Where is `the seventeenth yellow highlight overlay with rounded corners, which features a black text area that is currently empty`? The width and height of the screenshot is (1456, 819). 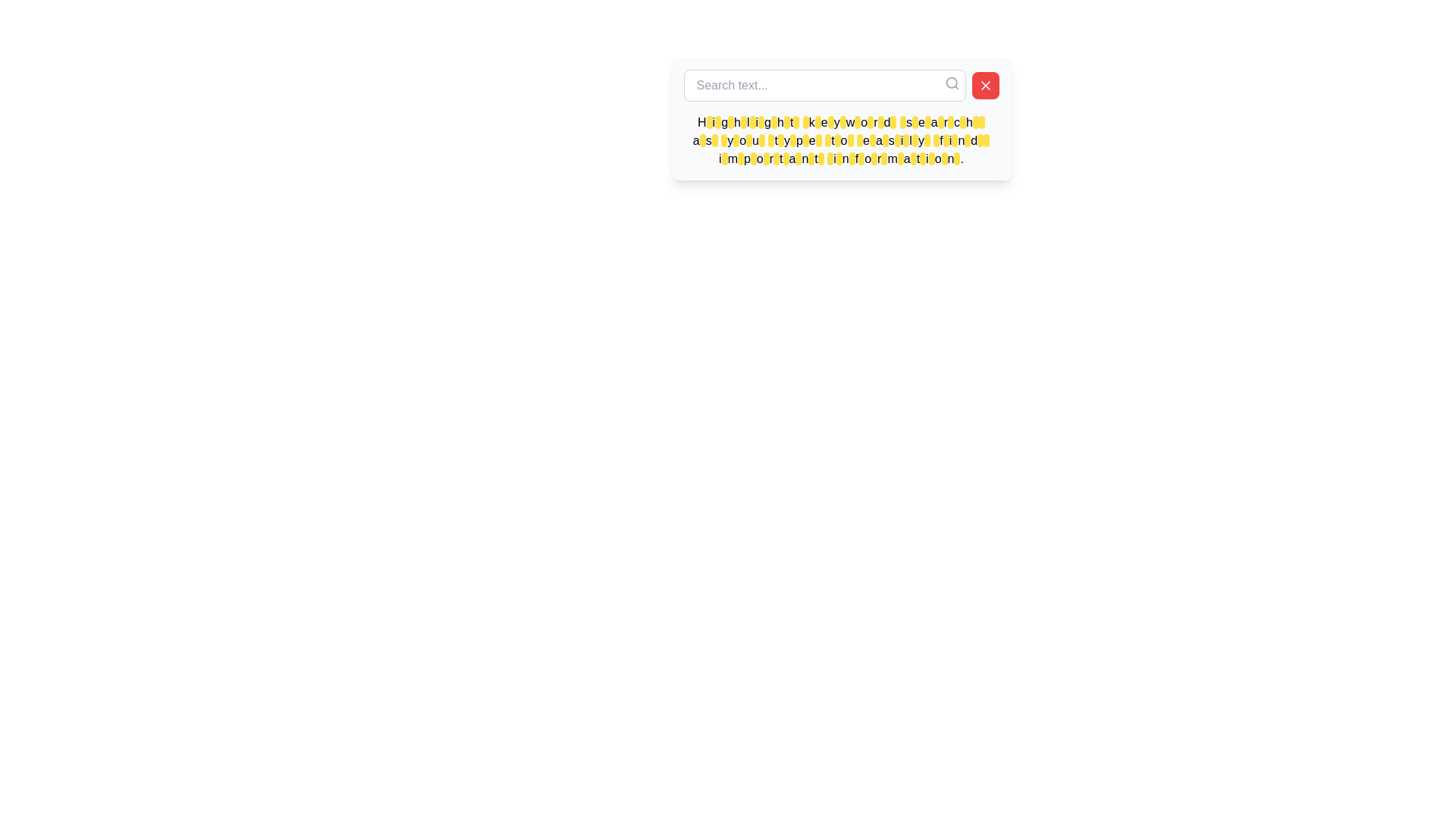 the seventeenth yellow highlight overlay with rounded corners, which features a black text area that is currently empty is located at coordinates (859, 140).